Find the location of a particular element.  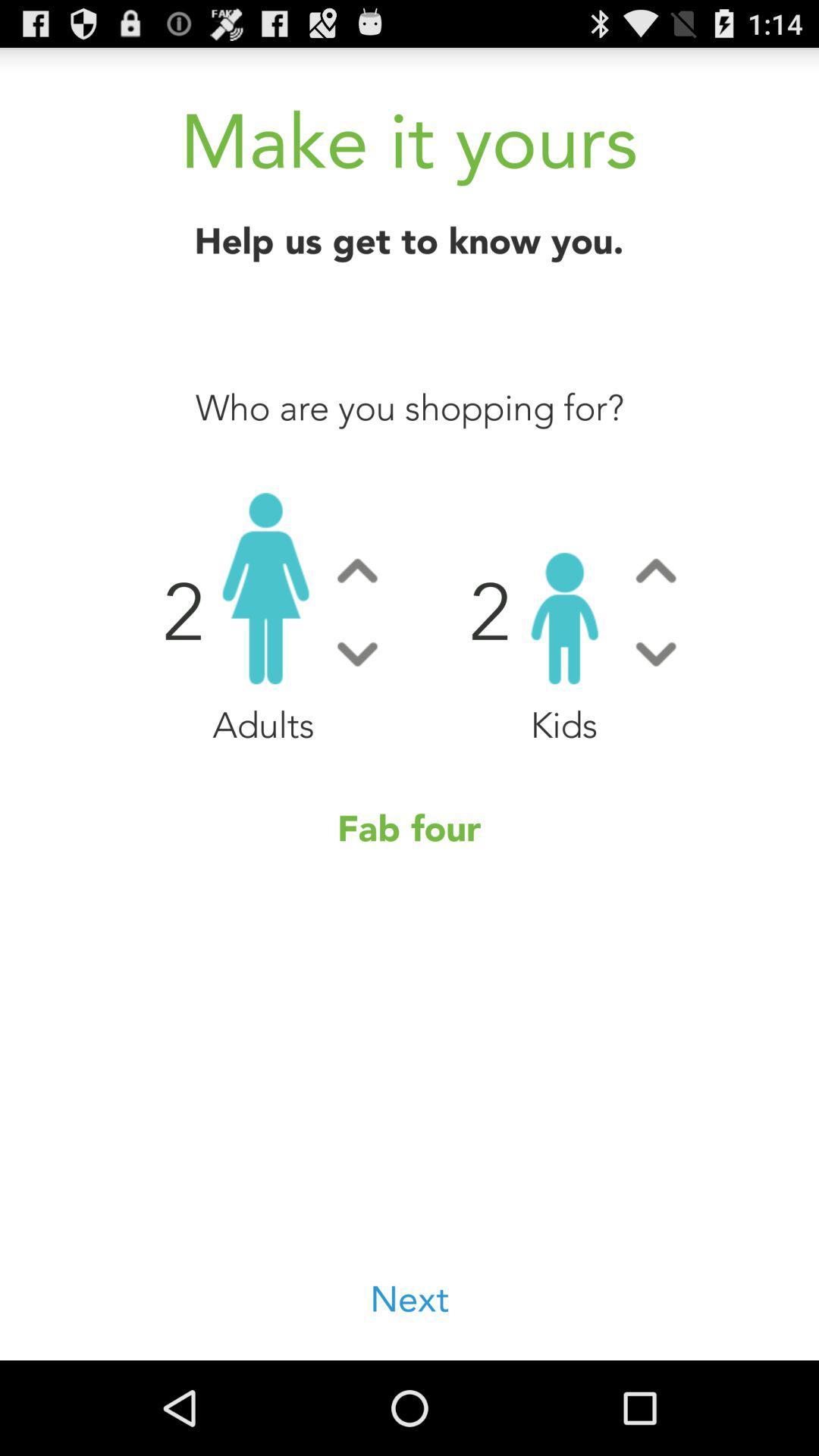

the expand_more icon is located at coordinates (357, 699).